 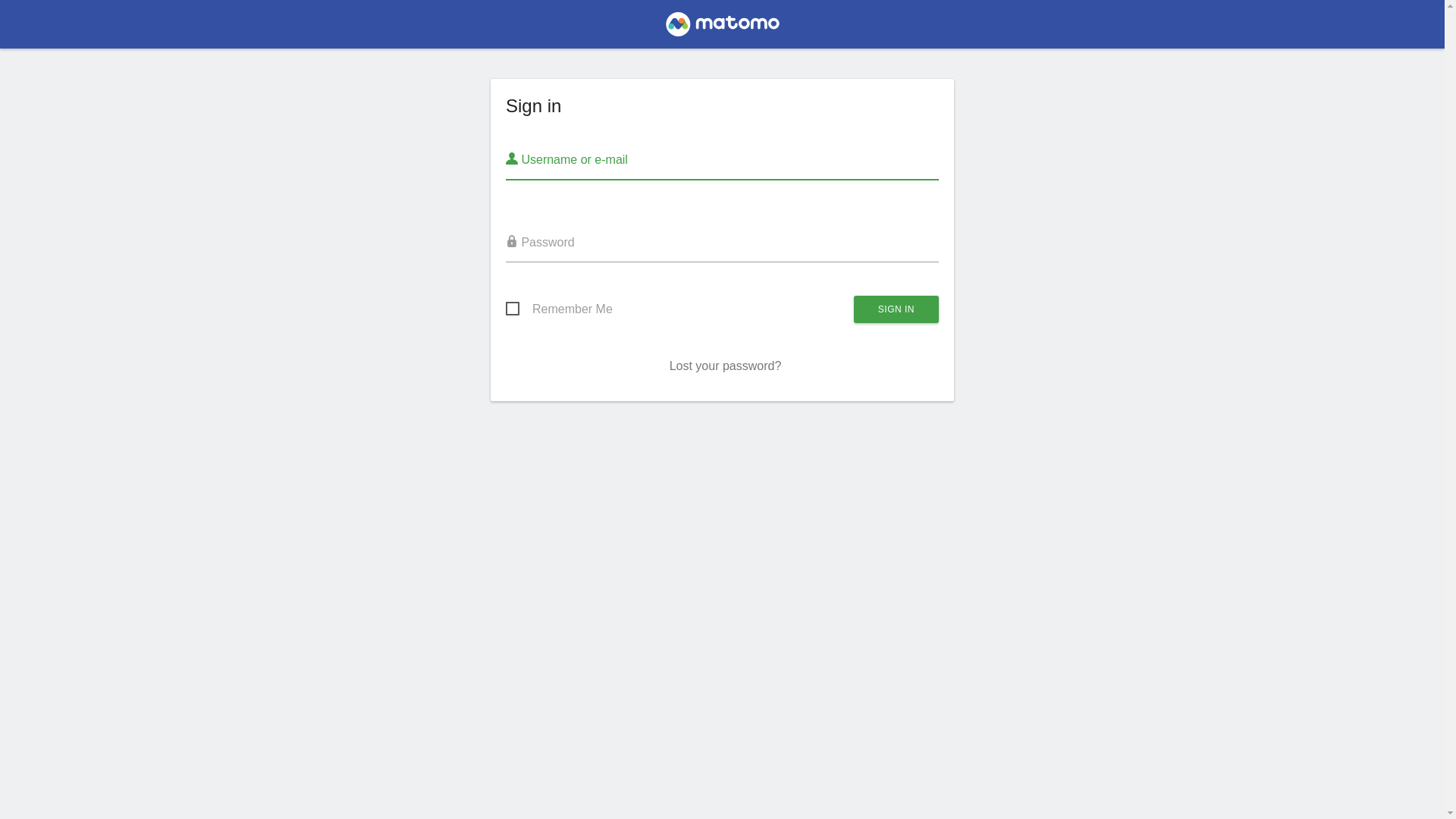 What do you see at coordinates (721, 28) in the screenshot?
I see `'Matomo # free/libre analytics platform'` at bounding box center [721, 28].